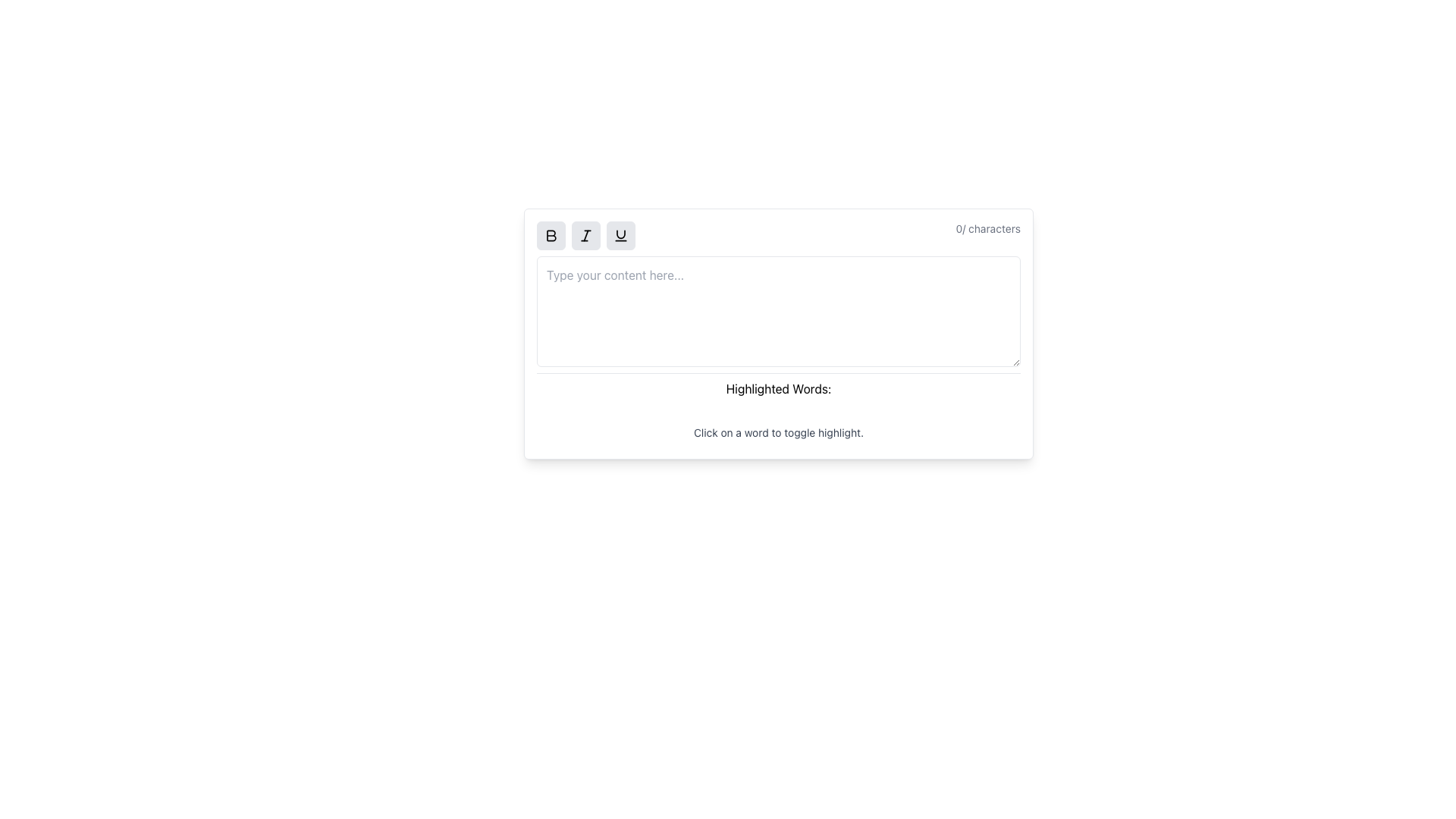 Image resolution: width=1456 pixels, height=819 pixels. I want to click on the 'Bold' formatting icon located at the top-left corner of the text input area, so click(551, 236).